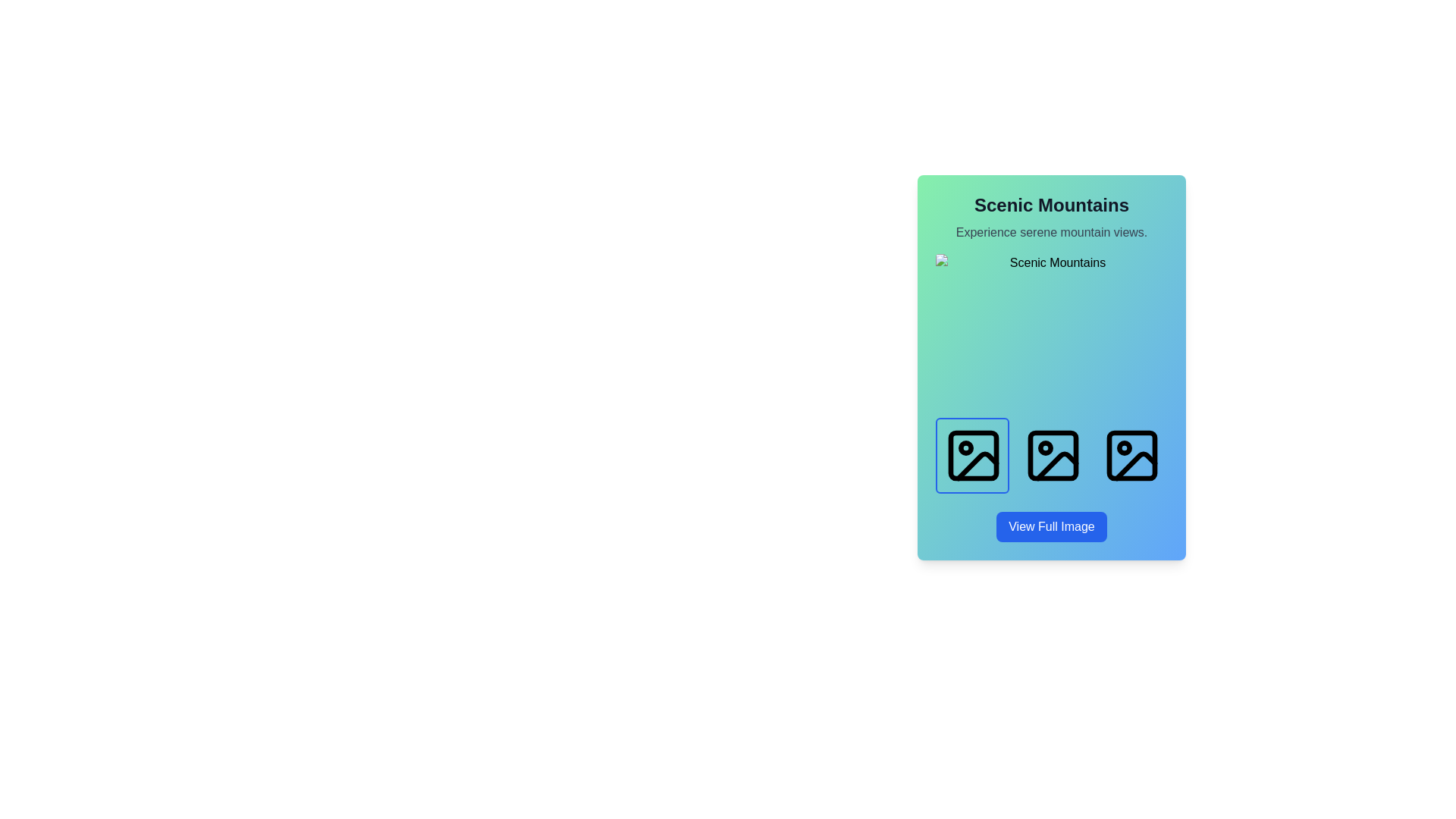 The image size is (1456, 819). I want to click on the small circular shape (SVG element) located at the center of the second icon in a series of three square image placeholders, so click(1044, 447).